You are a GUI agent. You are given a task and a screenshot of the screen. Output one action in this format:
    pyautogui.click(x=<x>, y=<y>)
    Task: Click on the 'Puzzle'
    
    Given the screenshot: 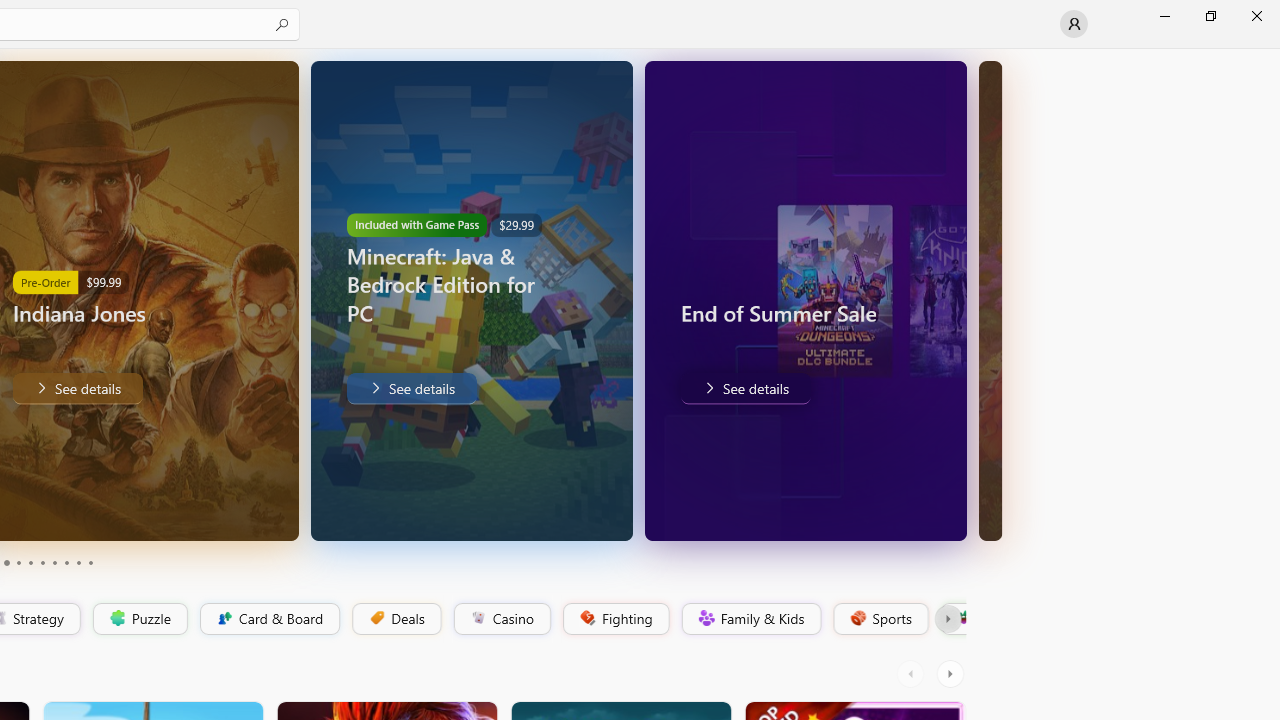 What is the action you would take?
    pyautogui.click(x=138, y=618)
    